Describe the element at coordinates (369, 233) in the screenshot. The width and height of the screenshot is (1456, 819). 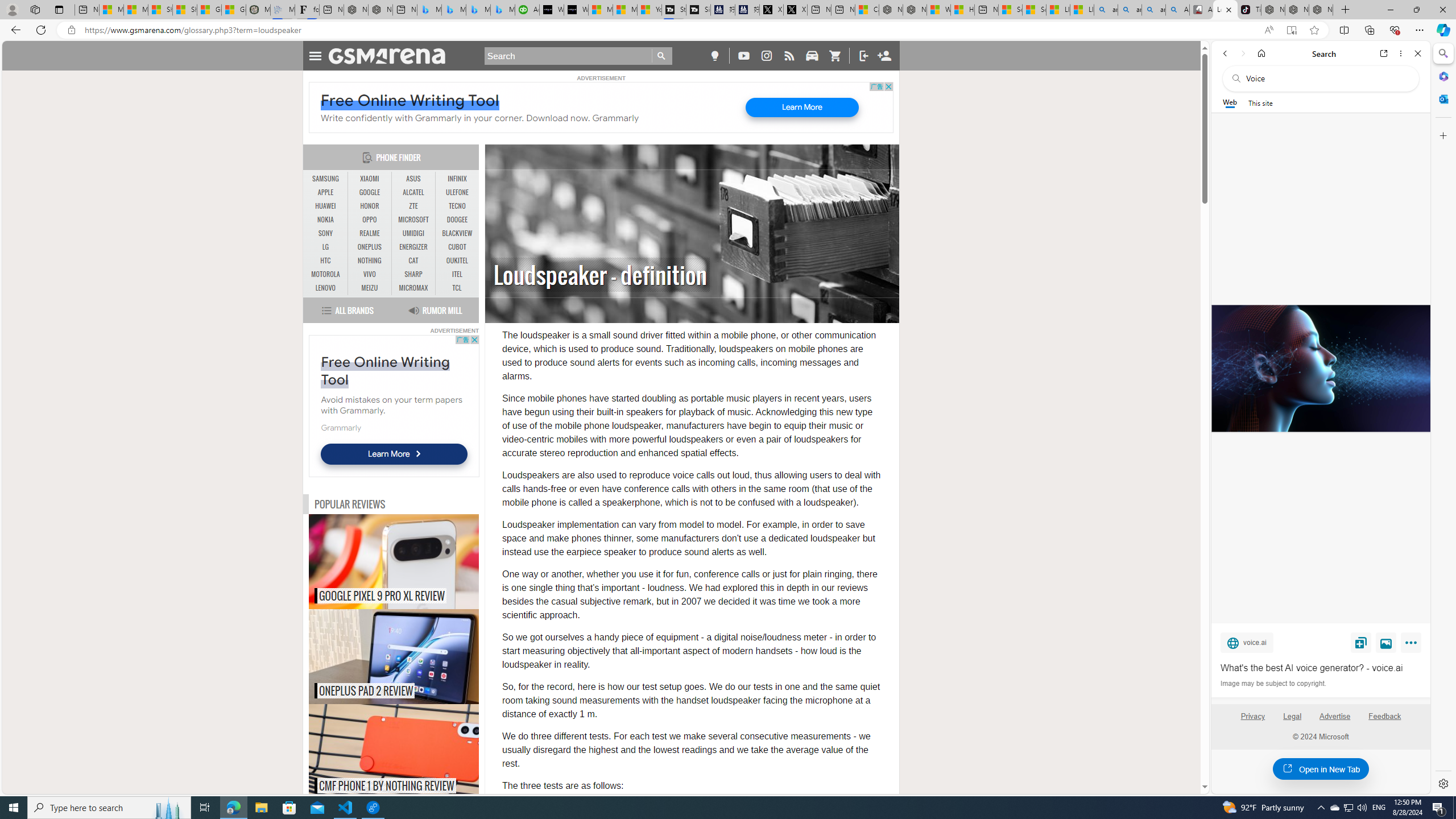
I see `'REALME'` at that location.